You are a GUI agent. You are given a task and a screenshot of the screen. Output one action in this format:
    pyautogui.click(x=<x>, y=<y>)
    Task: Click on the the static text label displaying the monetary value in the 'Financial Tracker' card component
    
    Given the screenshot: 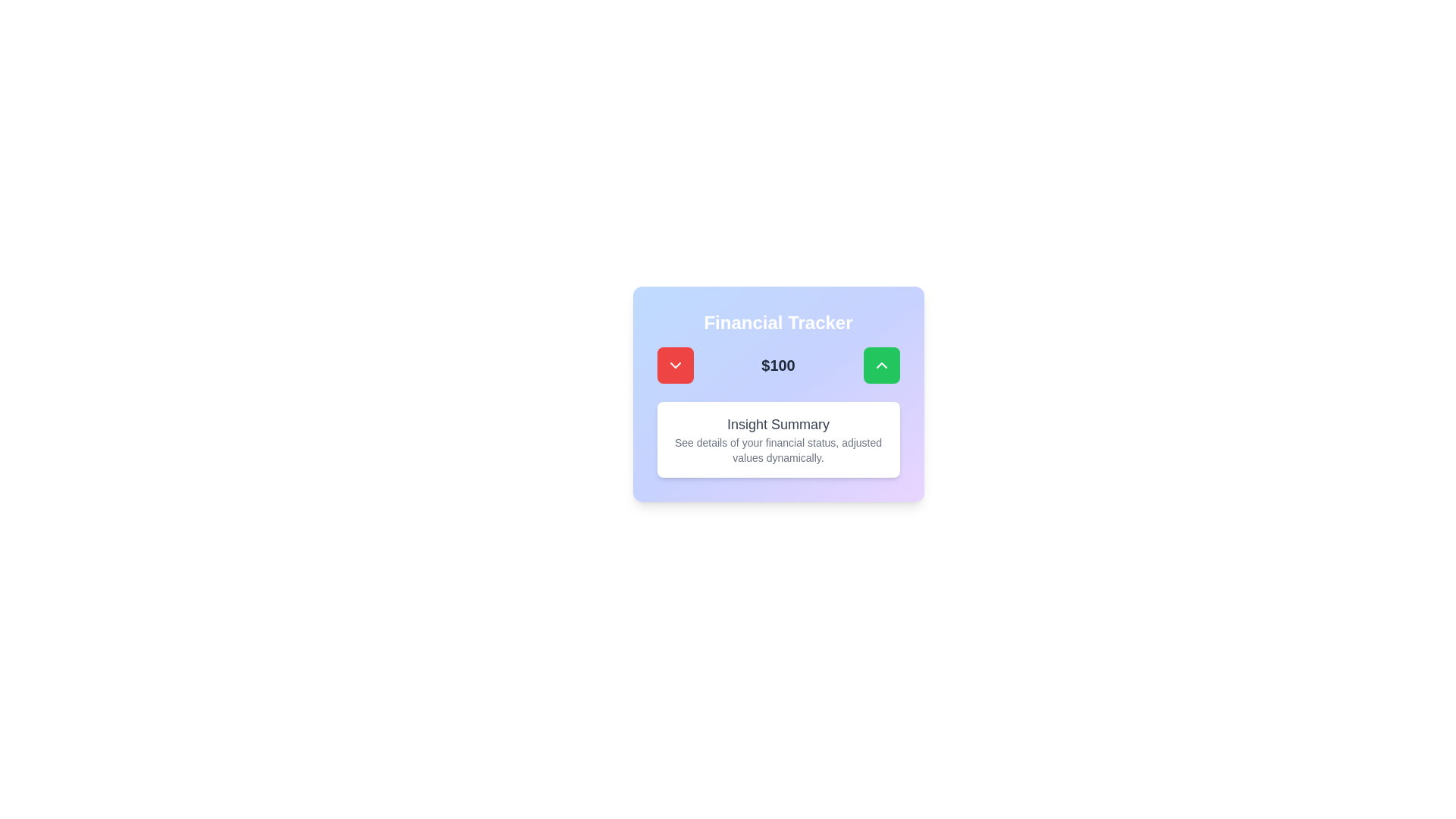 What is the action you would take?
    pyautogui.click(x=778, y=366)
    